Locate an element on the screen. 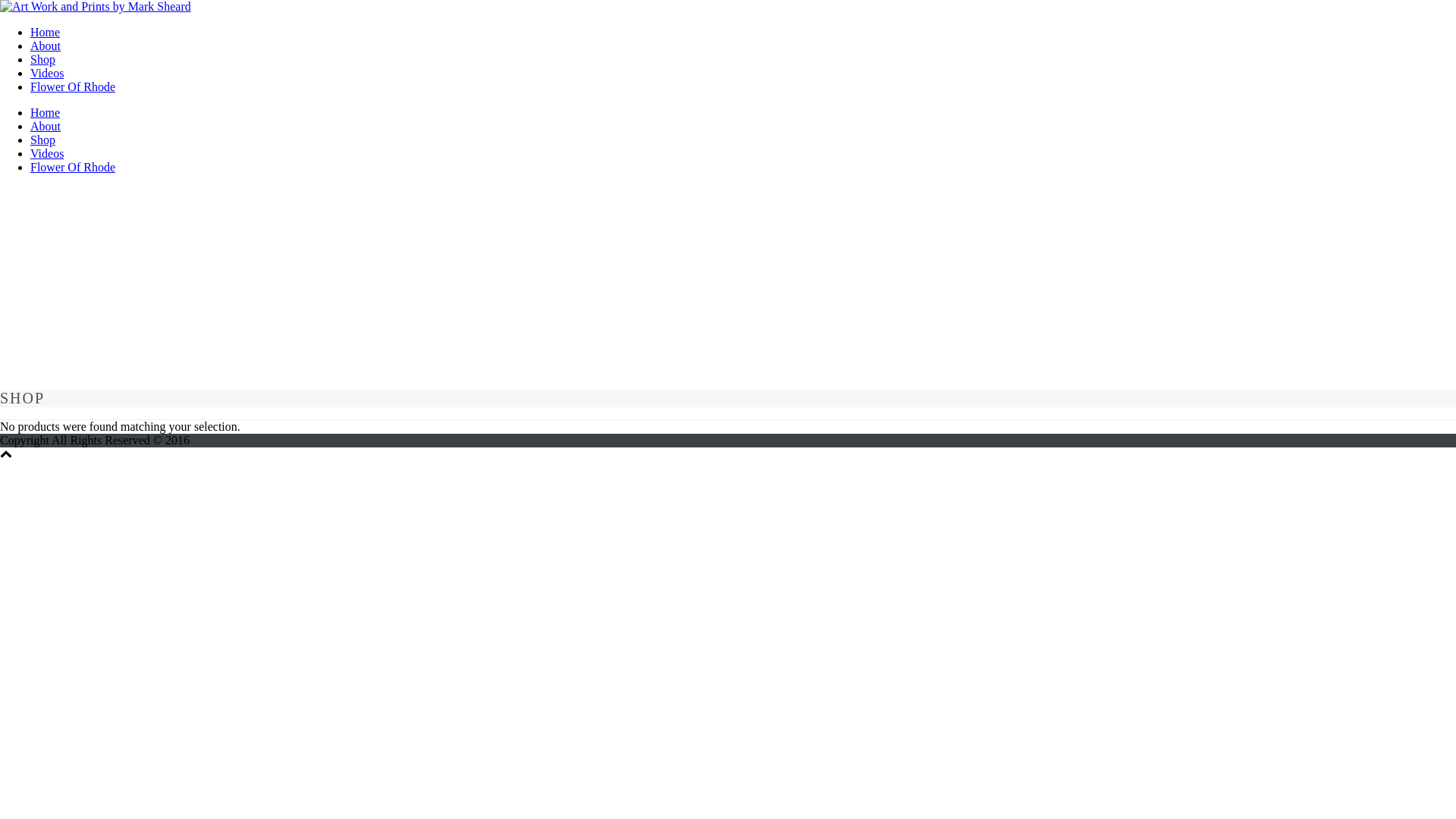  'Flower Of Rhode' is located at coordinates (72, 167).